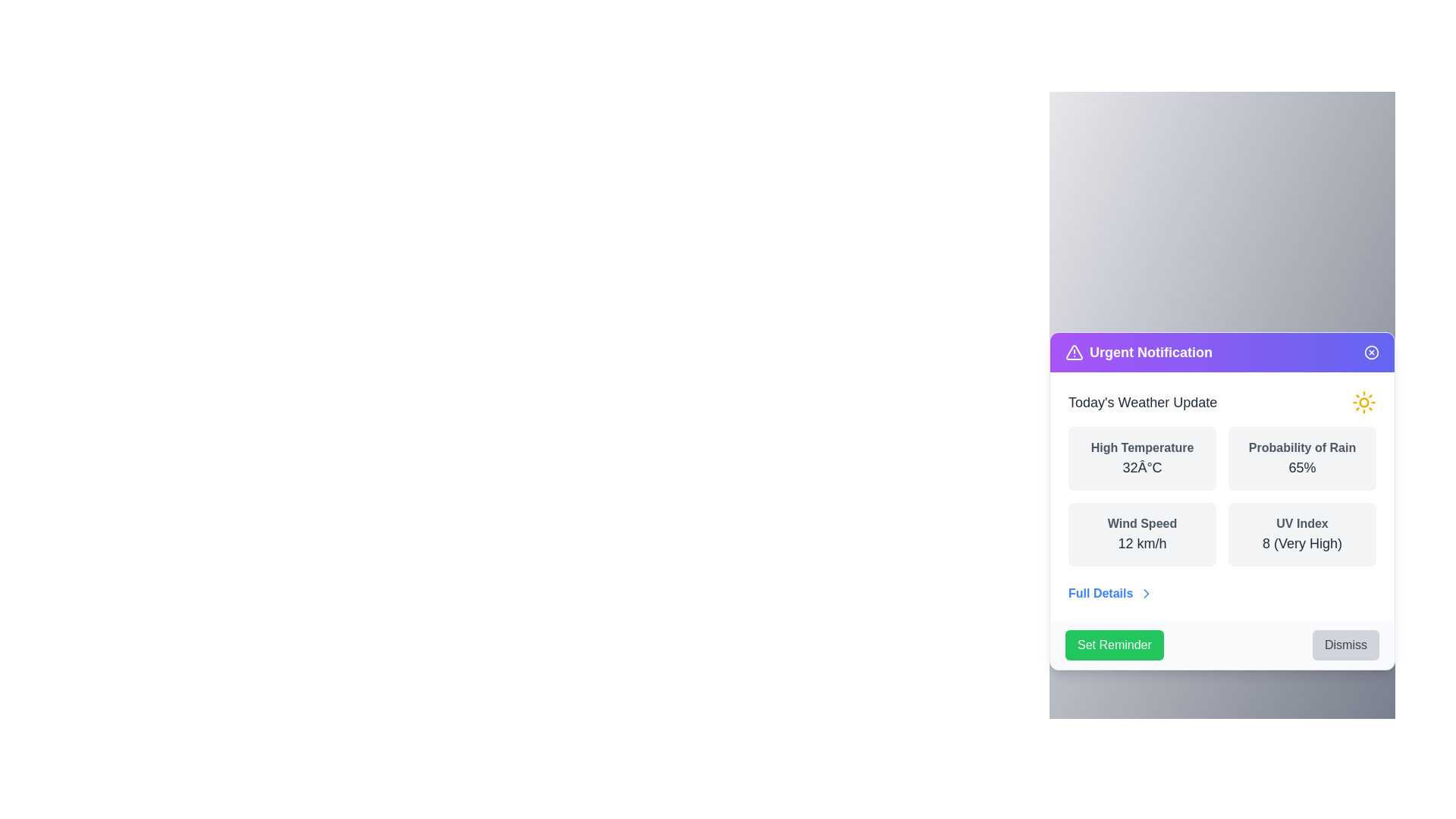  I want to click on the static text label displaying 'UV Index' in bold gray styling, located above '8 (Very High)' within the bottom-right weather information panel, so click(1301, 522).